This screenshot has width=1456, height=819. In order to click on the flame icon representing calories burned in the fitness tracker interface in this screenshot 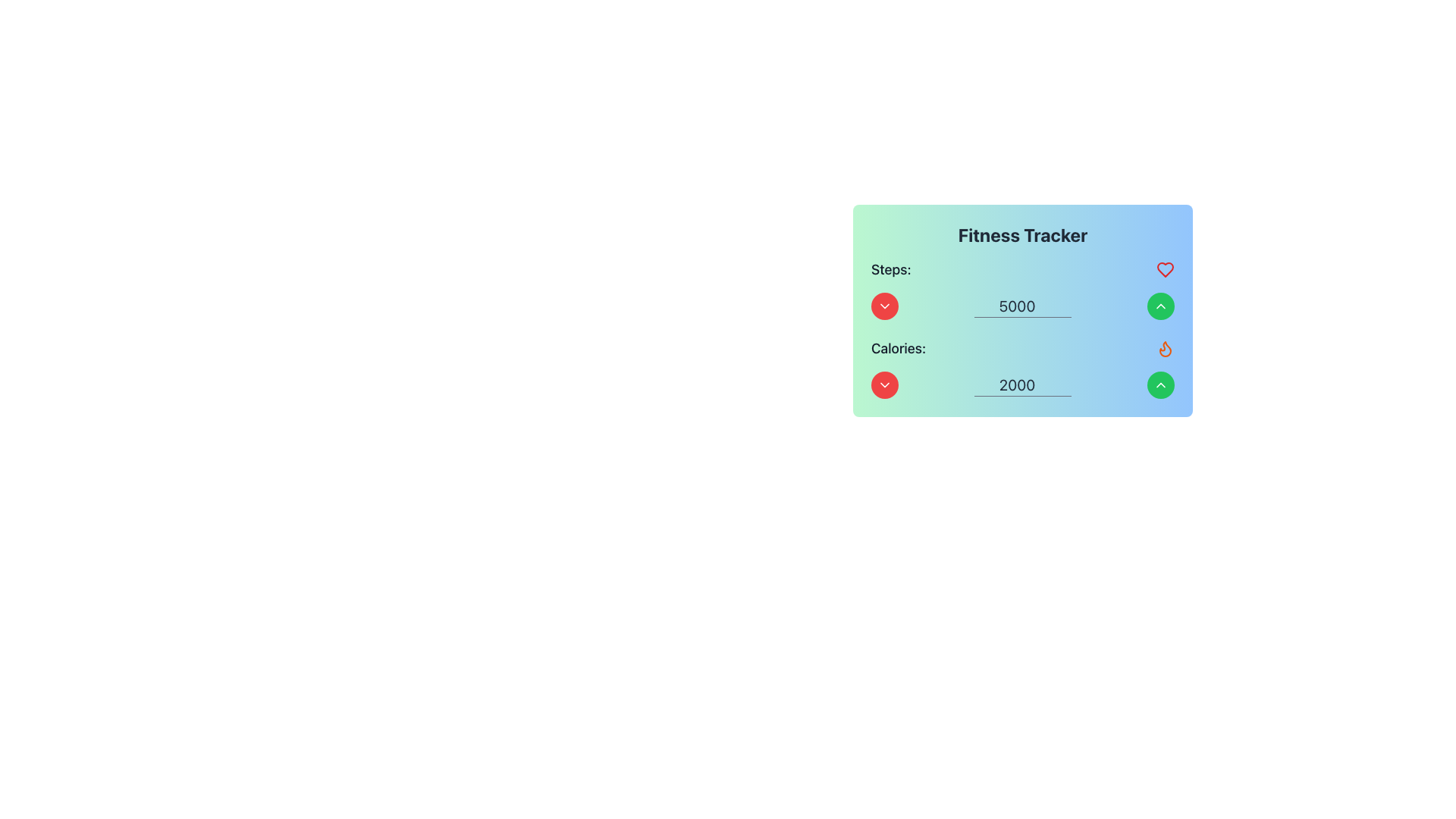, I will do `click(1164, 348)`.